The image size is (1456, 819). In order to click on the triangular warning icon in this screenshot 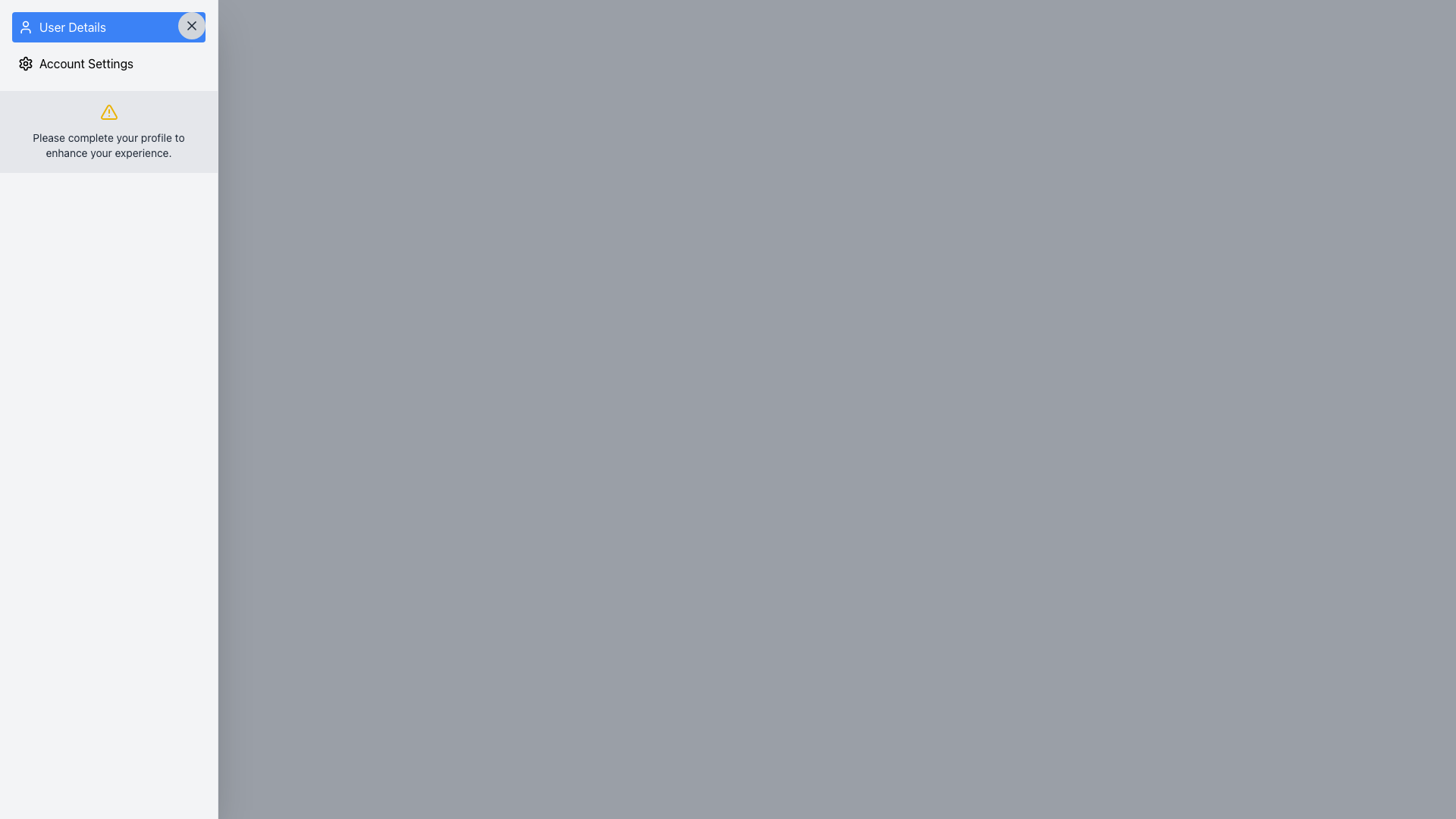, I will do `click(108, 111)`.